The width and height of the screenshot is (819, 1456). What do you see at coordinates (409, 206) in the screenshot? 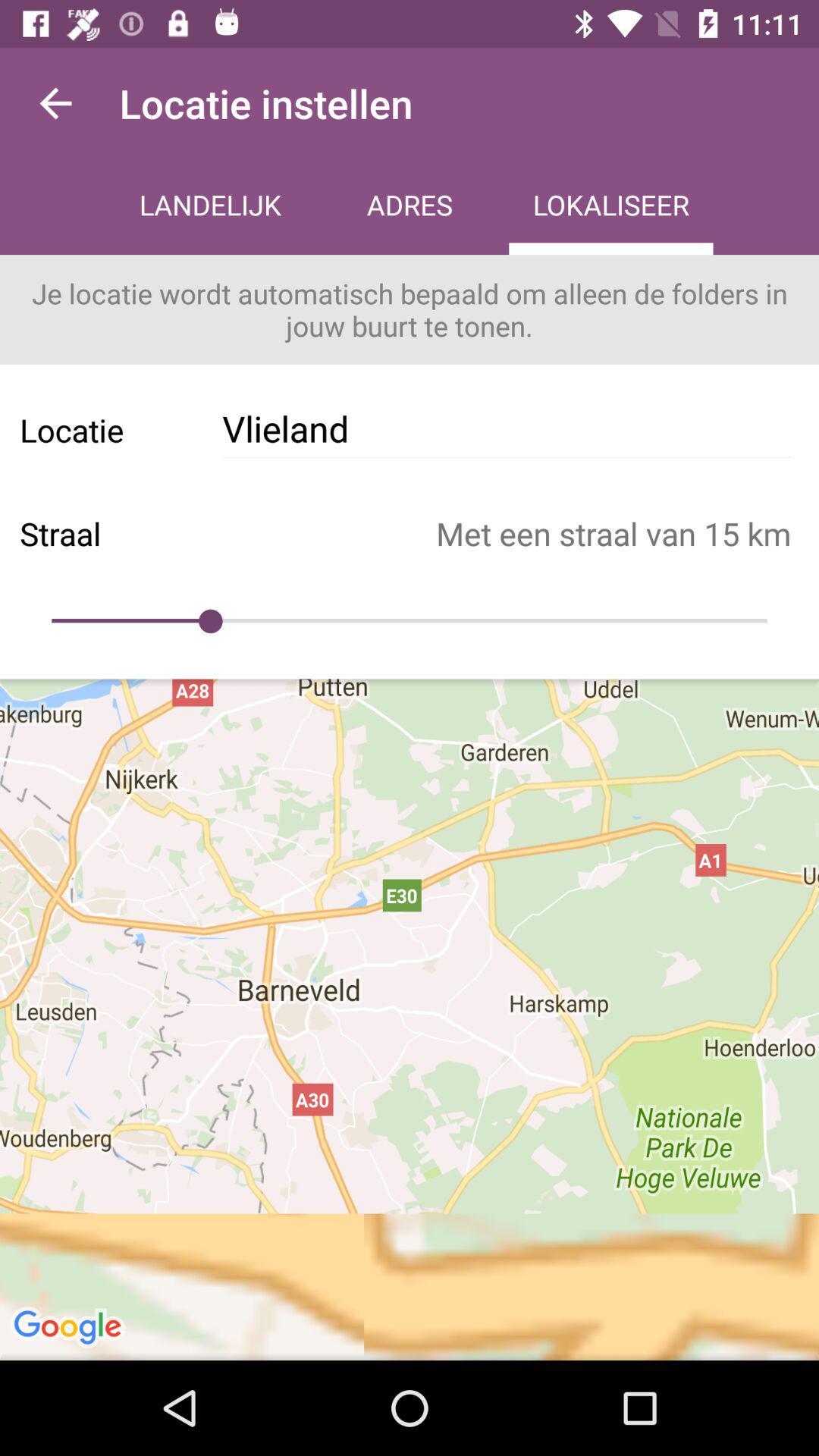
I see `app below the locatie instellen icon` at bounding box center [409, 206].